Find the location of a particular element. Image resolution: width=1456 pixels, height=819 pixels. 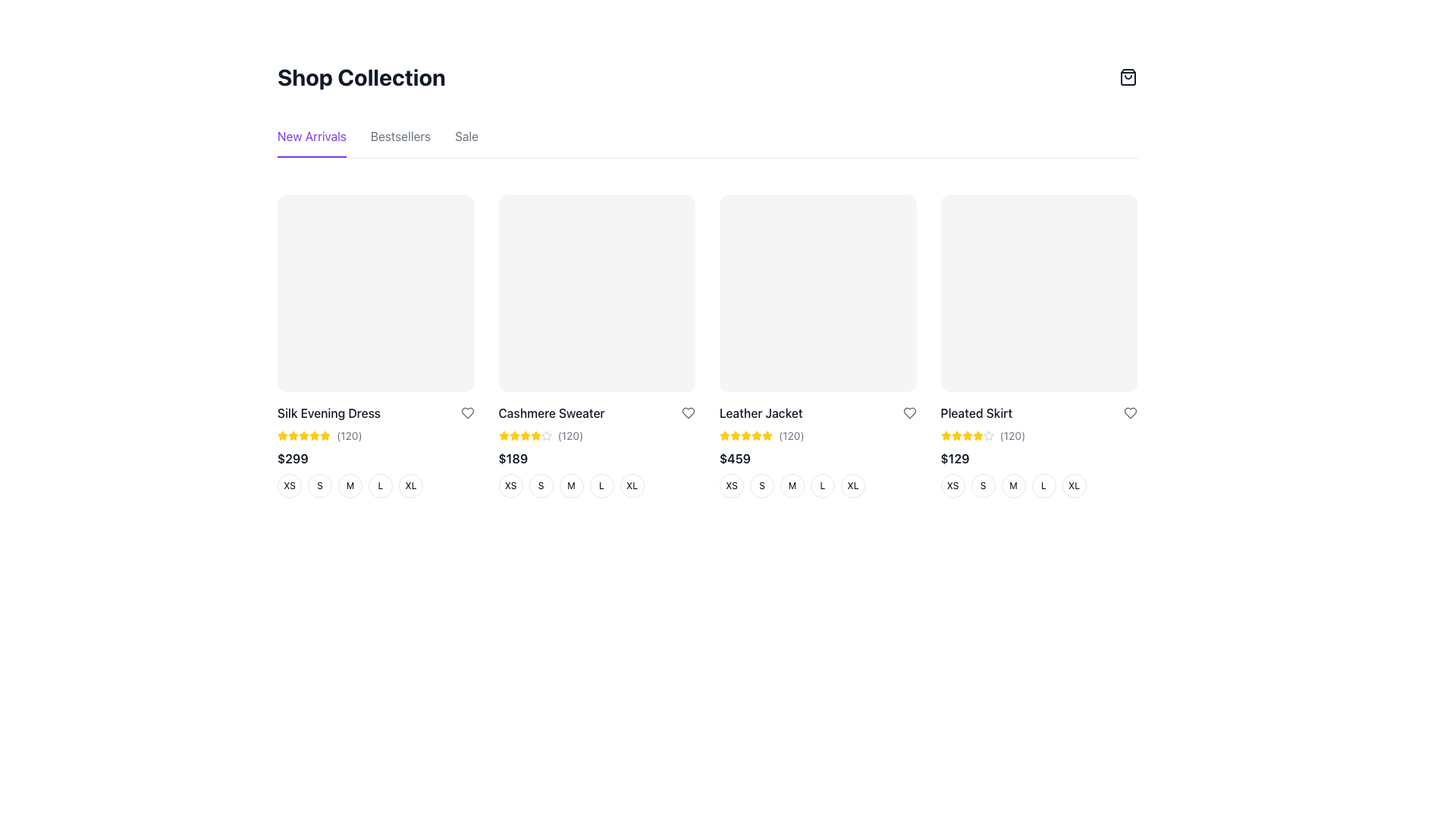

the circular button labeled 'XL' is located at coordinates (1073, 485).